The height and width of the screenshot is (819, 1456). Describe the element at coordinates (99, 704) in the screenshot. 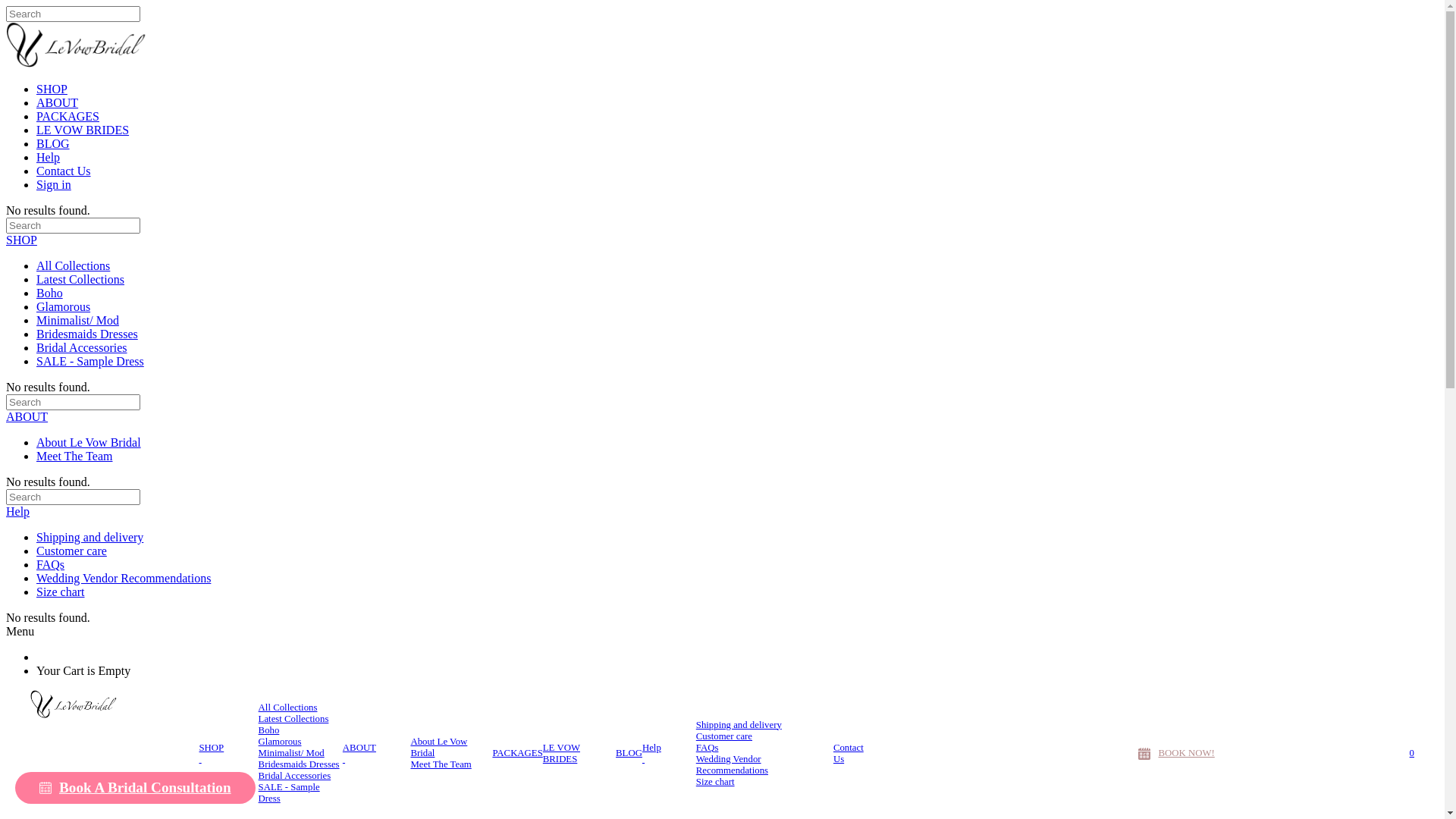

I see `'Le Vow Bridal'` at that location.